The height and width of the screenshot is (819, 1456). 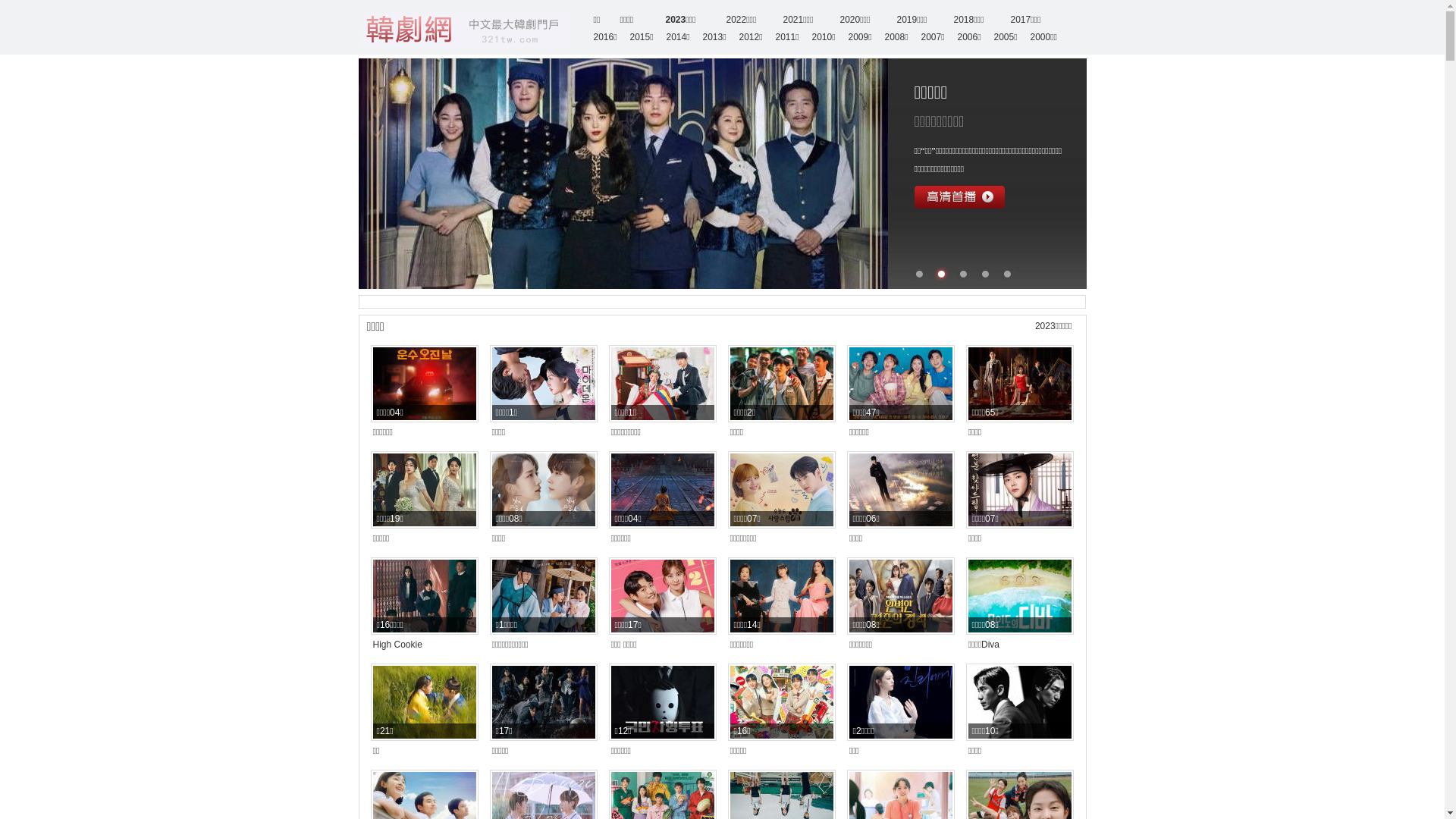 What do you see at coordinates (397, 644) in the screenshot?
I see `'High Cookie'` at bounding box center [397, 644].